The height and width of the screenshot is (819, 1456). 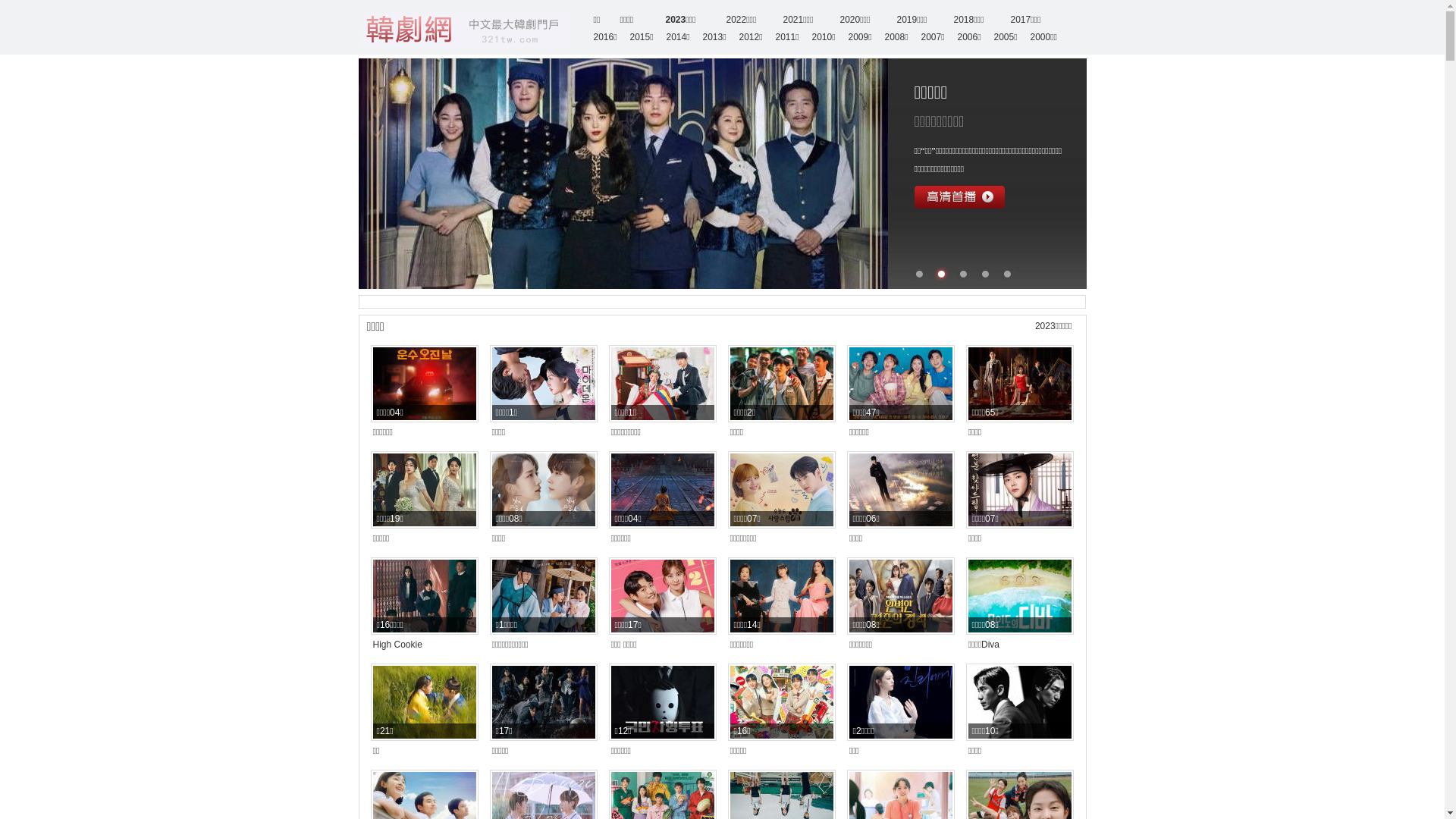 What do you see at coordinates (397, 644) in the screenshot?
I see `'High Cookie'` at bounding box center [397, 644].